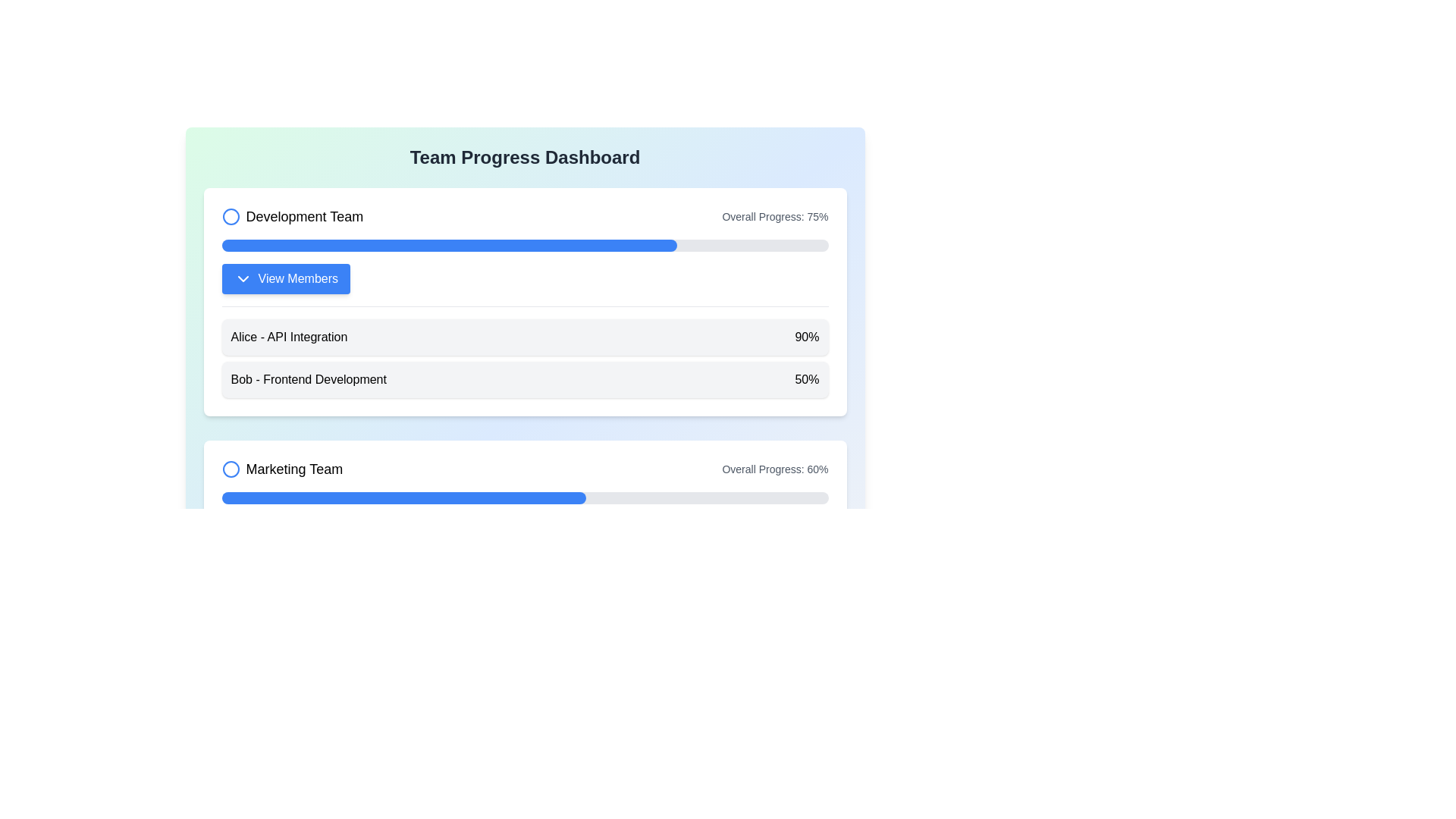 The image size is (1456, 819). I want to click on the 'Marketing Team' label which features a circular blue icon on the left and prominently styled text aligned to its right, so click(282, 468).